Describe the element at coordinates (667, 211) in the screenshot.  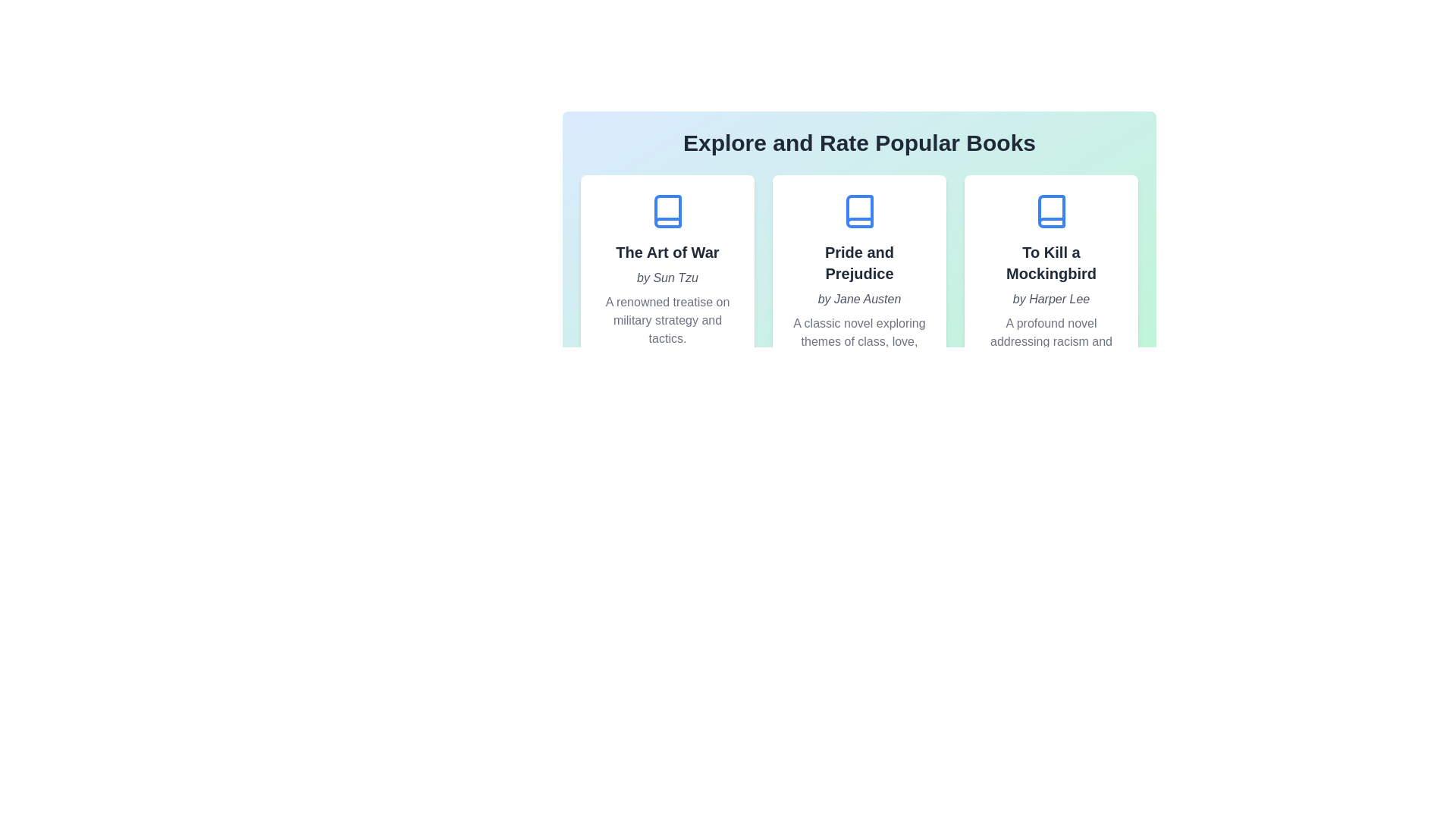
I see `the book icon for the book titled 'The Art of War' to indicate interest` at that location.